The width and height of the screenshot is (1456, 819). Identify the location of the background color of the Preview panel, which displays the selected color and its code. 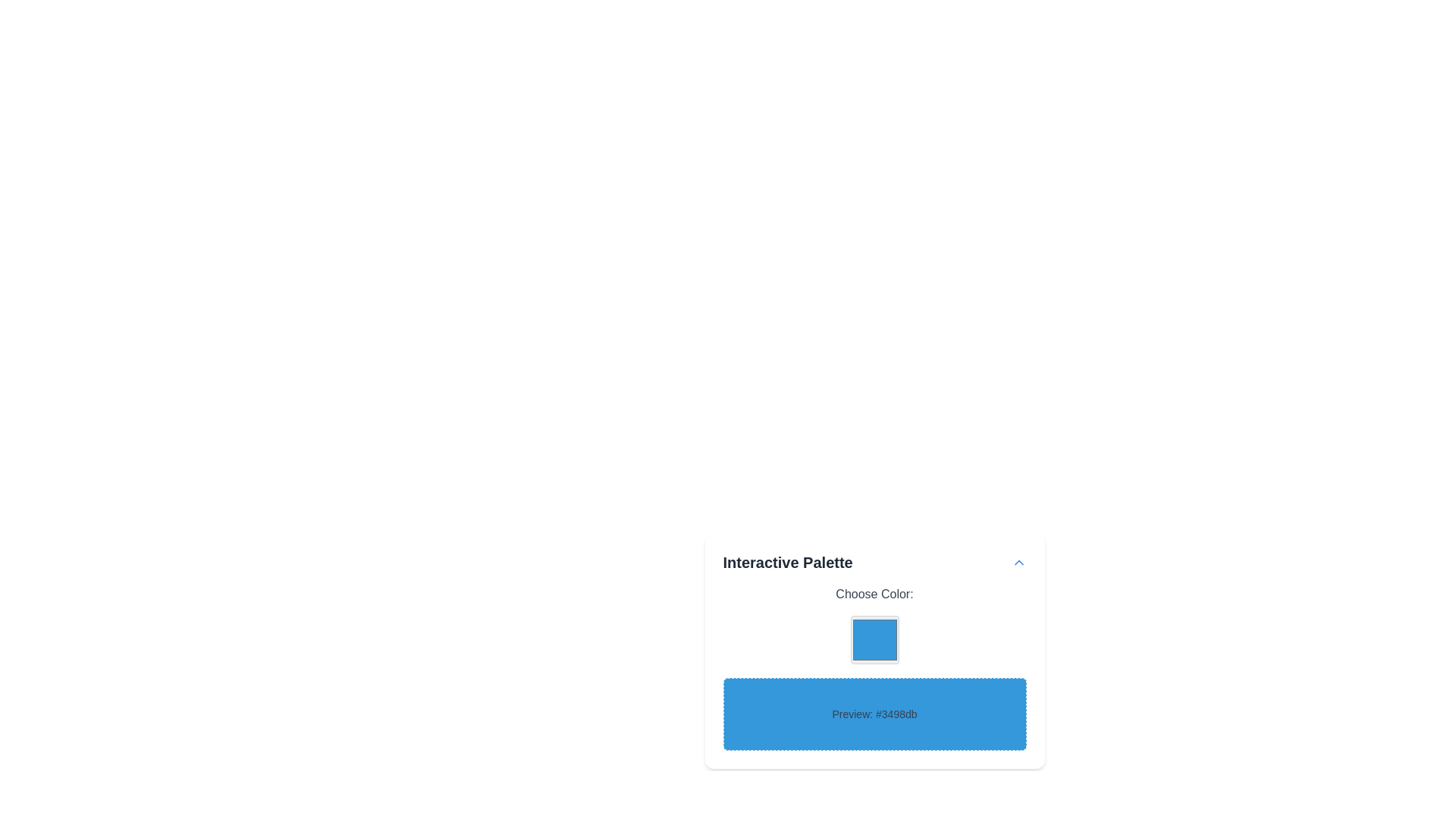
(874, 651).